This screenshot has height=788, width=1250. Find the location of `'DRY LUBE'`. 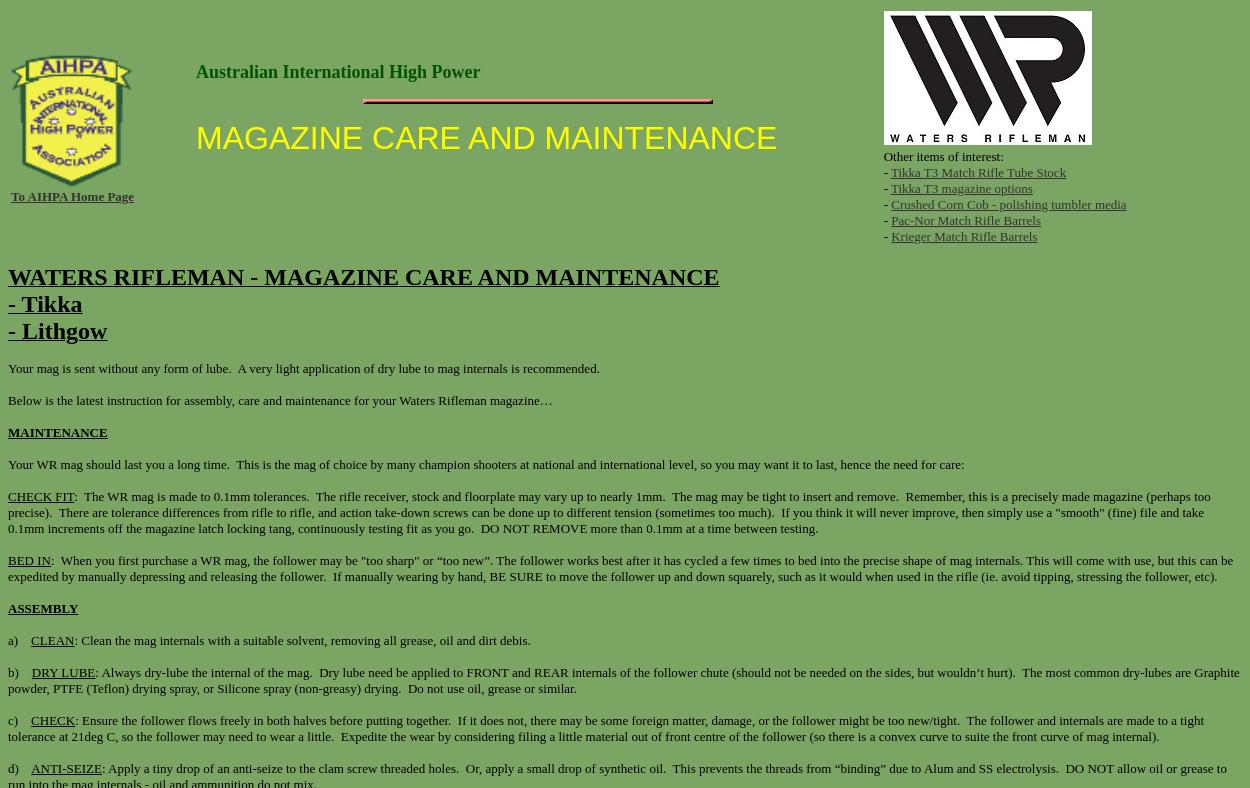

'DRY LUBE' is located at coordinates (62, 671).